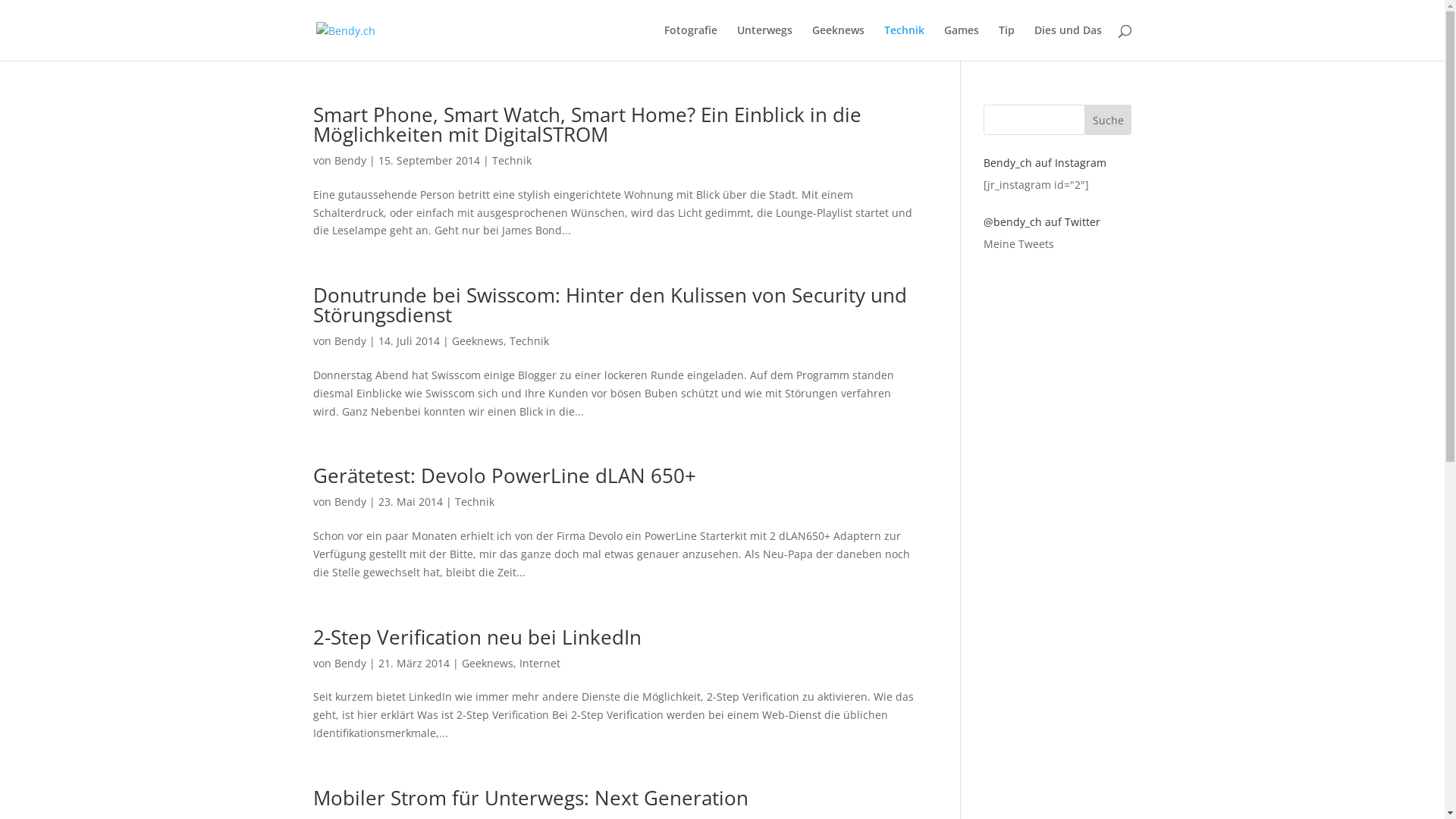 This screenshot has width=1456, height=819. I want to click on 'Geeknews', so click(487, 662).